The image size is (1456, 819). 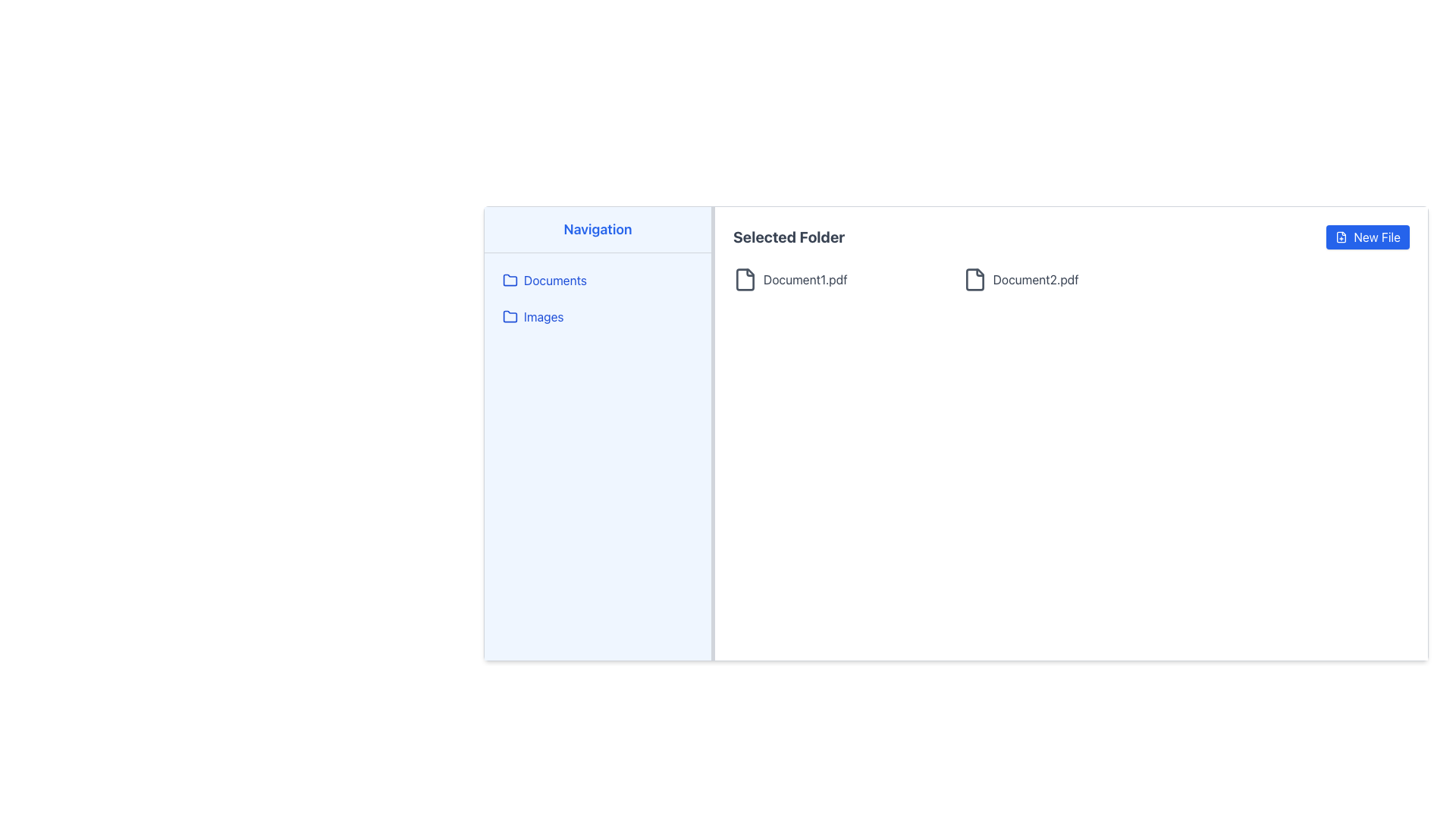 What do you see at coordinates (510, 315) in the screenshot?
I see `the blue folder icon button located in the navigation sidebar, which is the second icon under the 'Navigation' section` at bounding box center [510, 315].